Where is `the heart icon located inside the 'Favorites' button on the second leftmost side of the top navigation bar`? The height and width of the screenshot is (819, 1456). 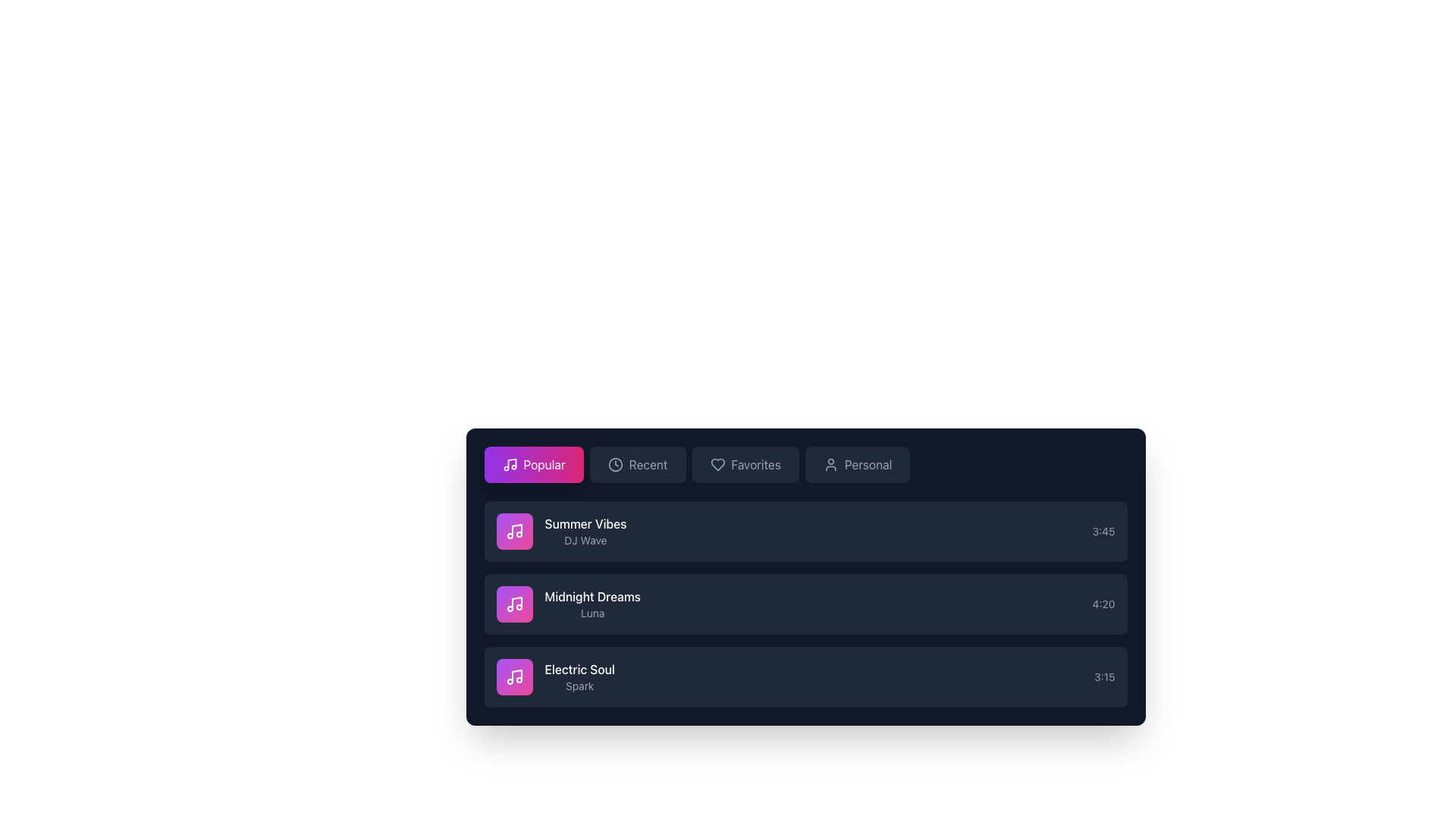 the heart icon located inside the 'Favorites' button on the second leftmost side of the top navigation bar is located at coordinates (717, 464).